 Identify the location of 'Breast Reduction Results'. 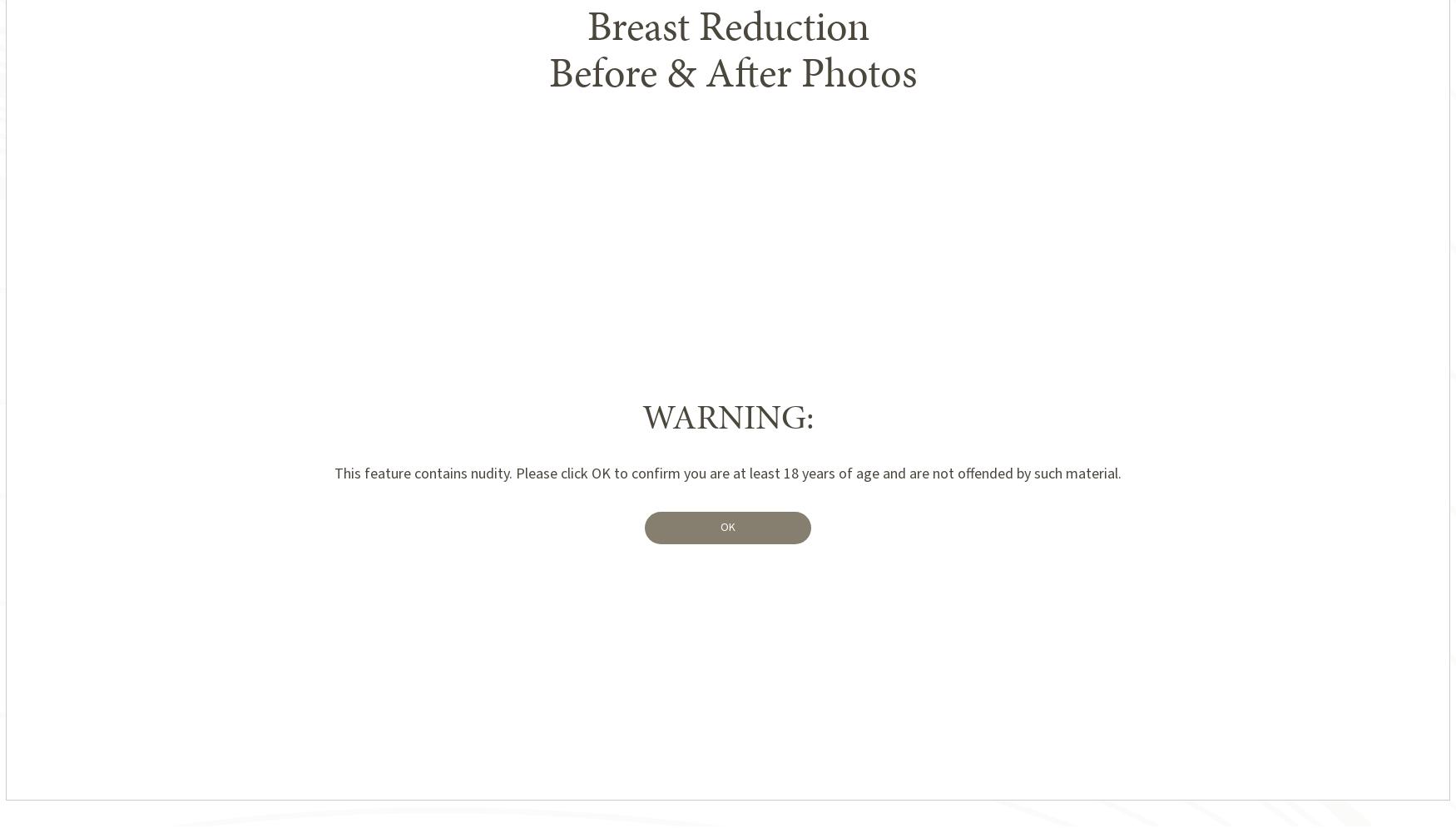
(522, 42).